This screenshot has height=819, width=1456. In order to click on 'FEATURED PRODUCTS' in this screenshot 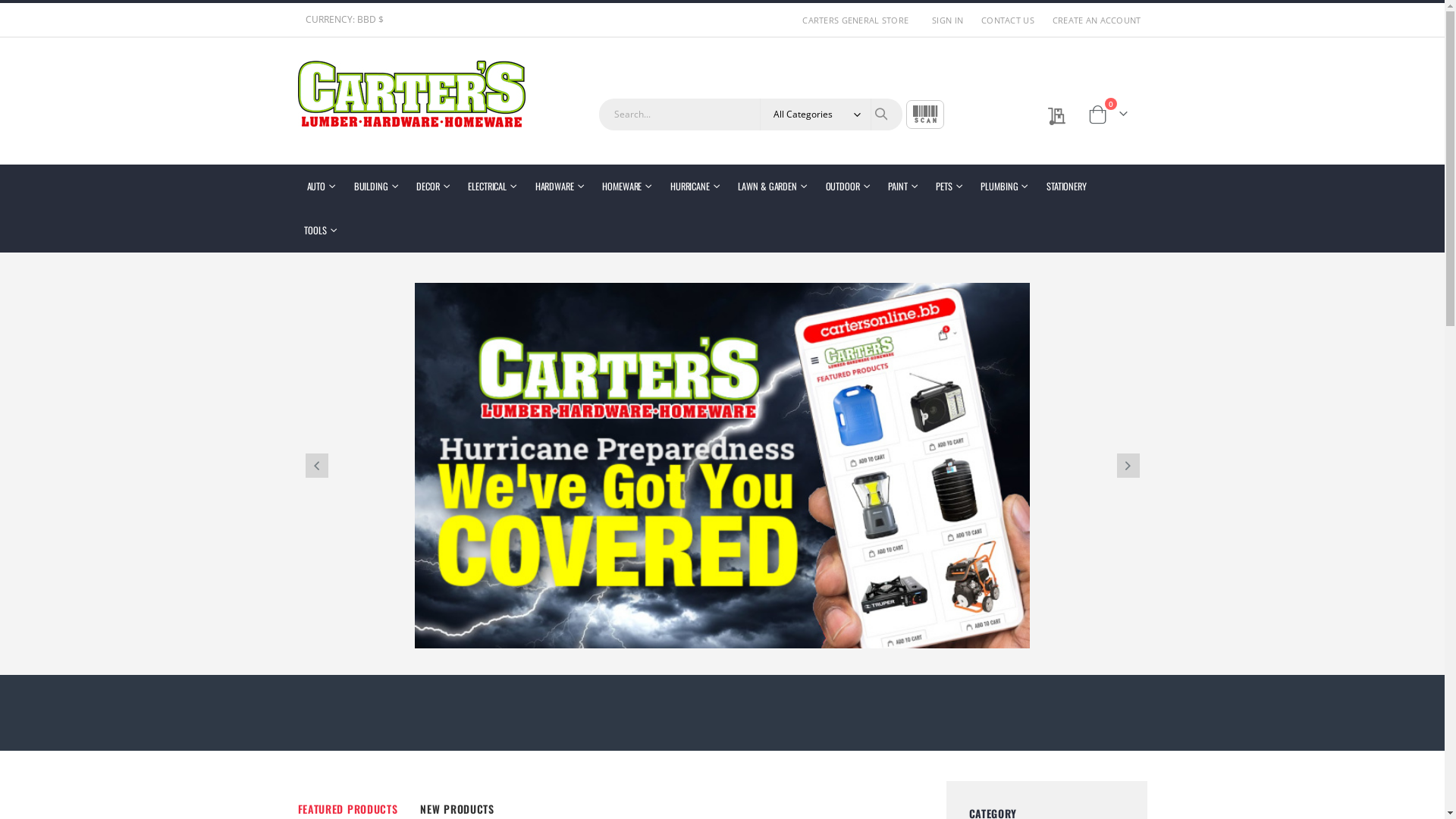, I will do `click(346, 808)`.